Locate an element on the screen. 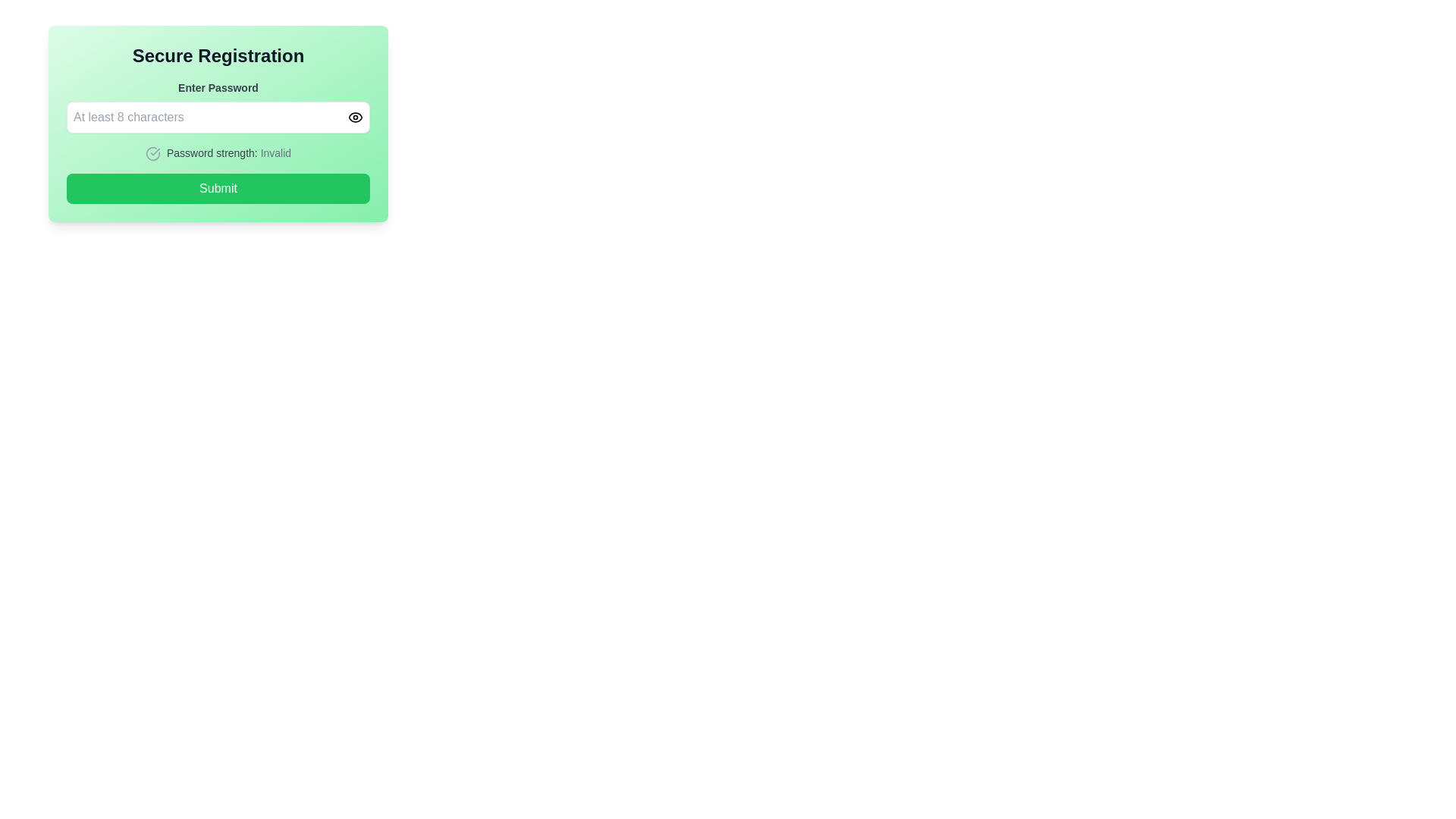 Image resolution: width=1456 pixels, height=819 pixels. the eye icon button used for toggling password visibility is located at coordinates (355, 116).